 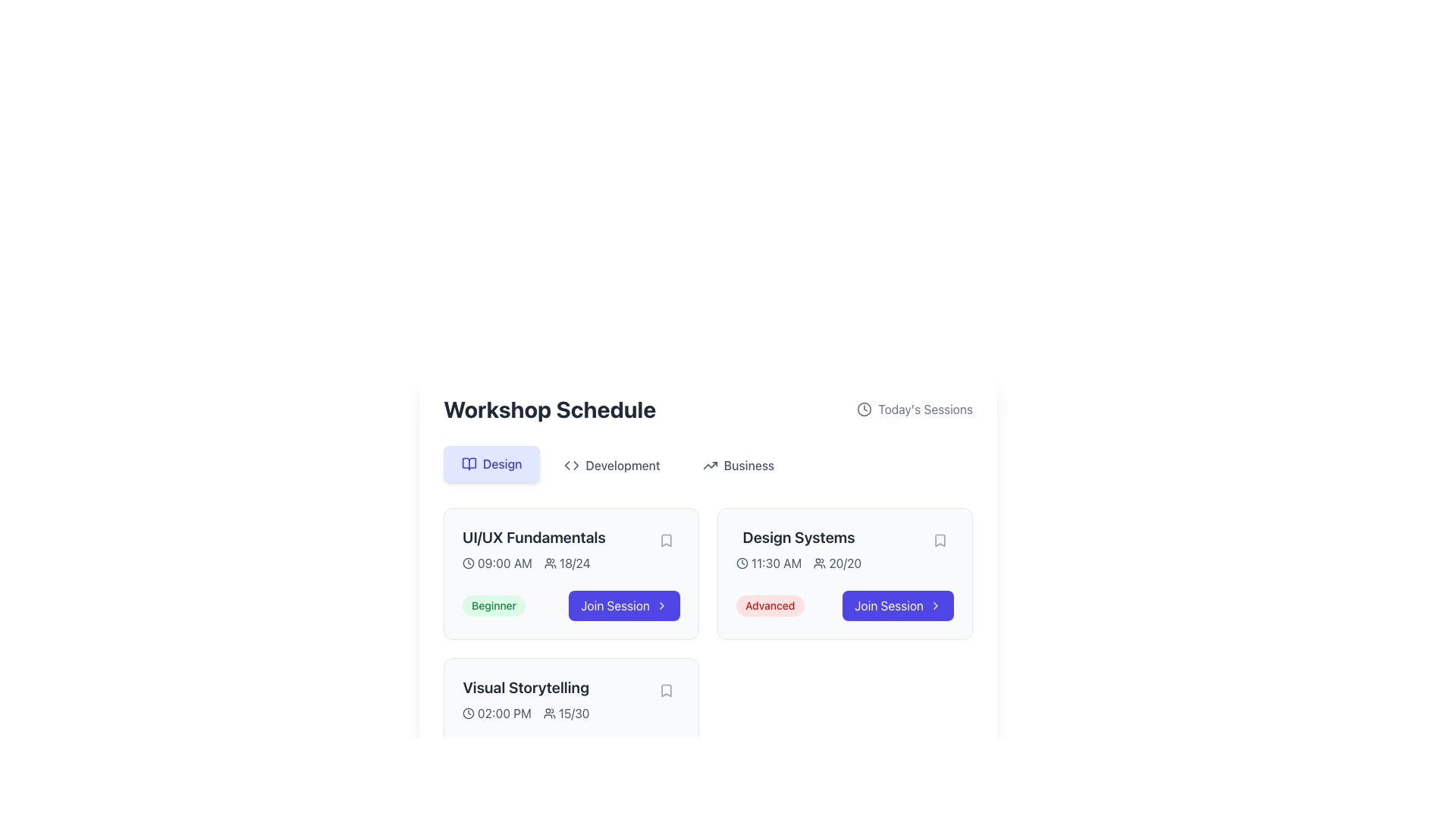 I want to click on the user-related data icon located to the left of the text '15/30' in the second row of the 'Visual Storytelling' schedule, so click(x=548, y=714).